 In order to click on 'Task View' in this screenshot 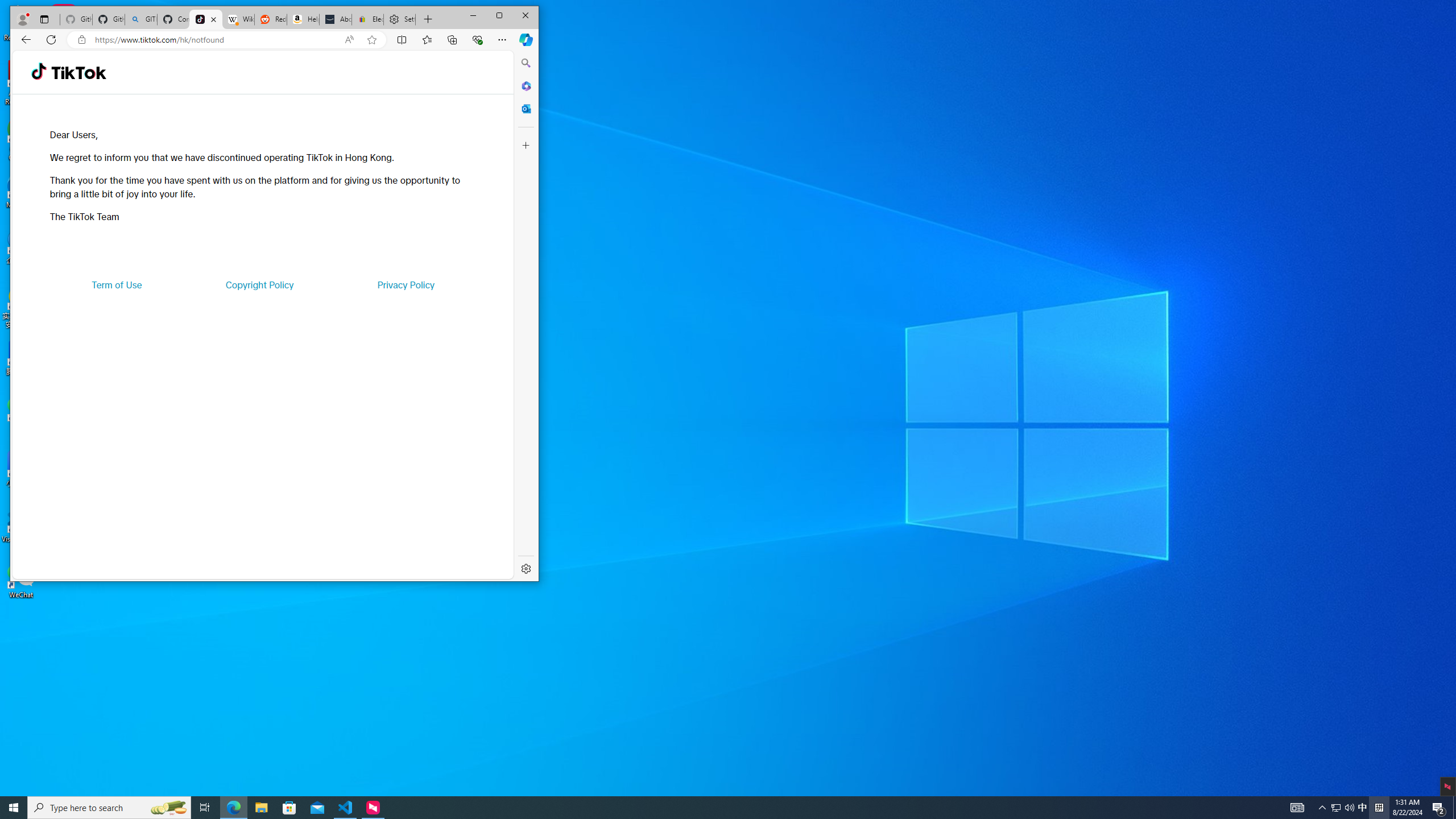, I will do `click(204, 806)`.